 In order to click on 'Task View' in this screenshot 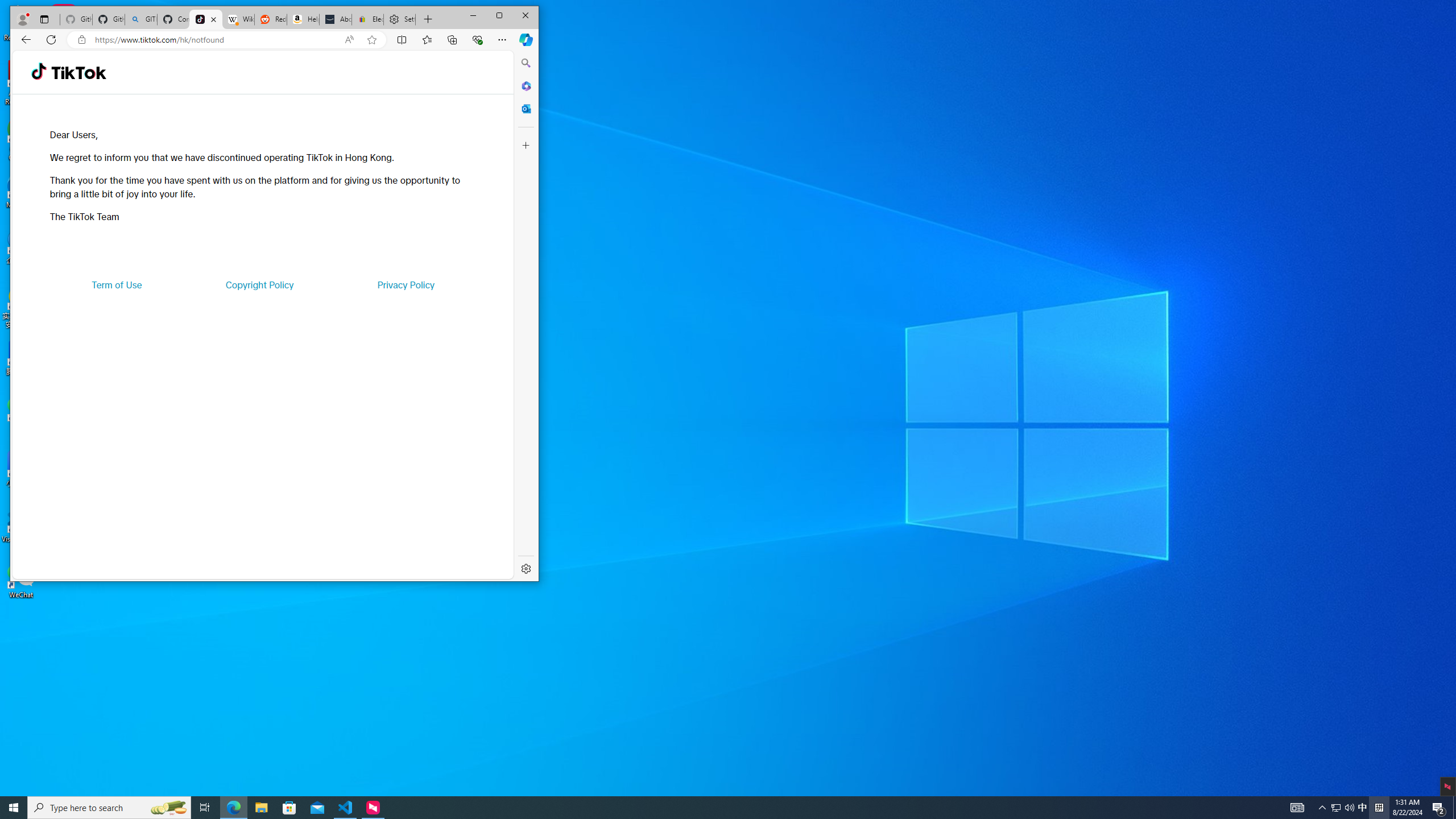, I will do `click(204, 806)`.